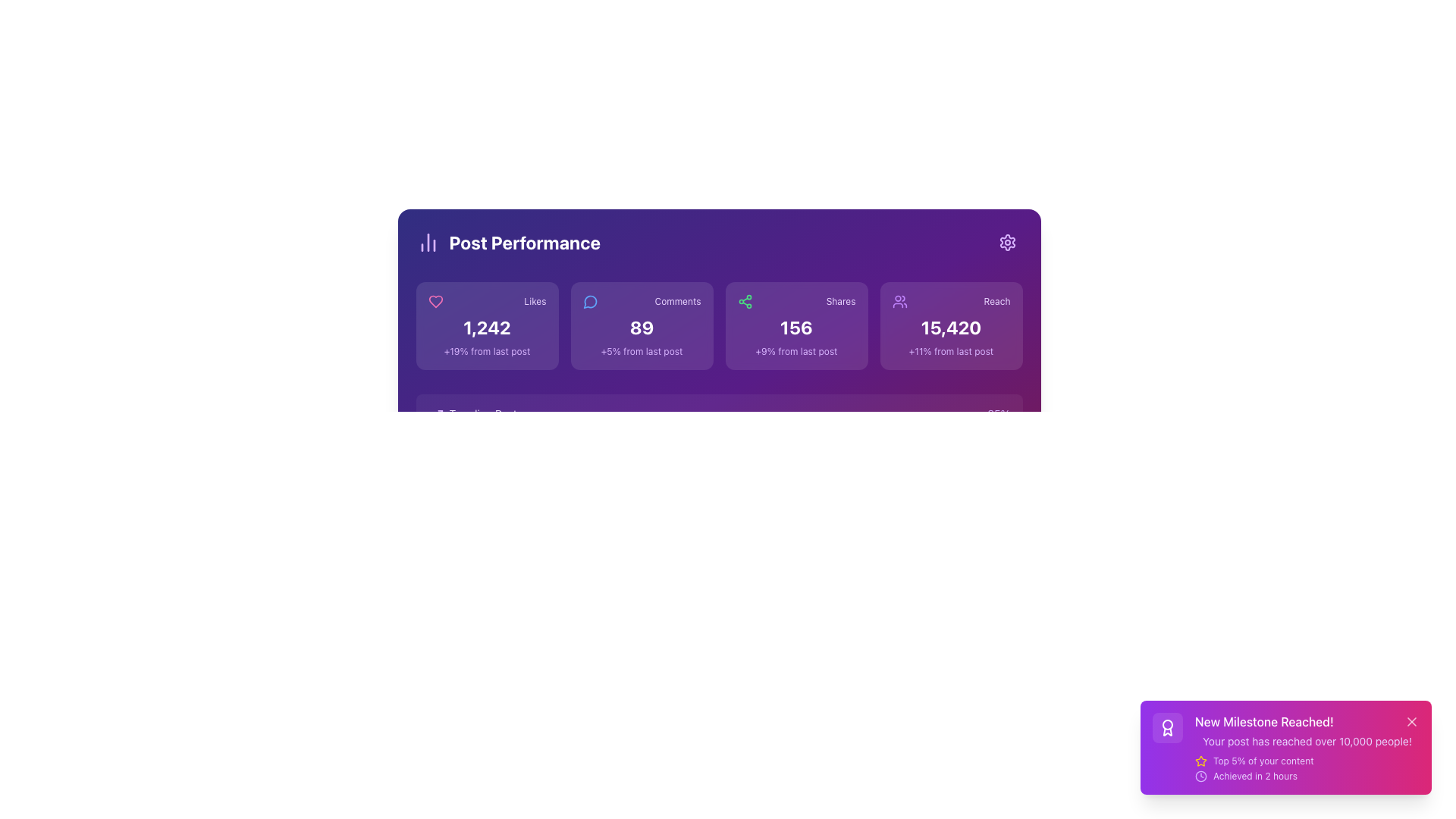 The width and height of the screenshot is (1456, 819). I want to click on the reach icon located in the upper-right region of the card labeled 'Reach', which visually represents the statistic for users, so click(899, 301).